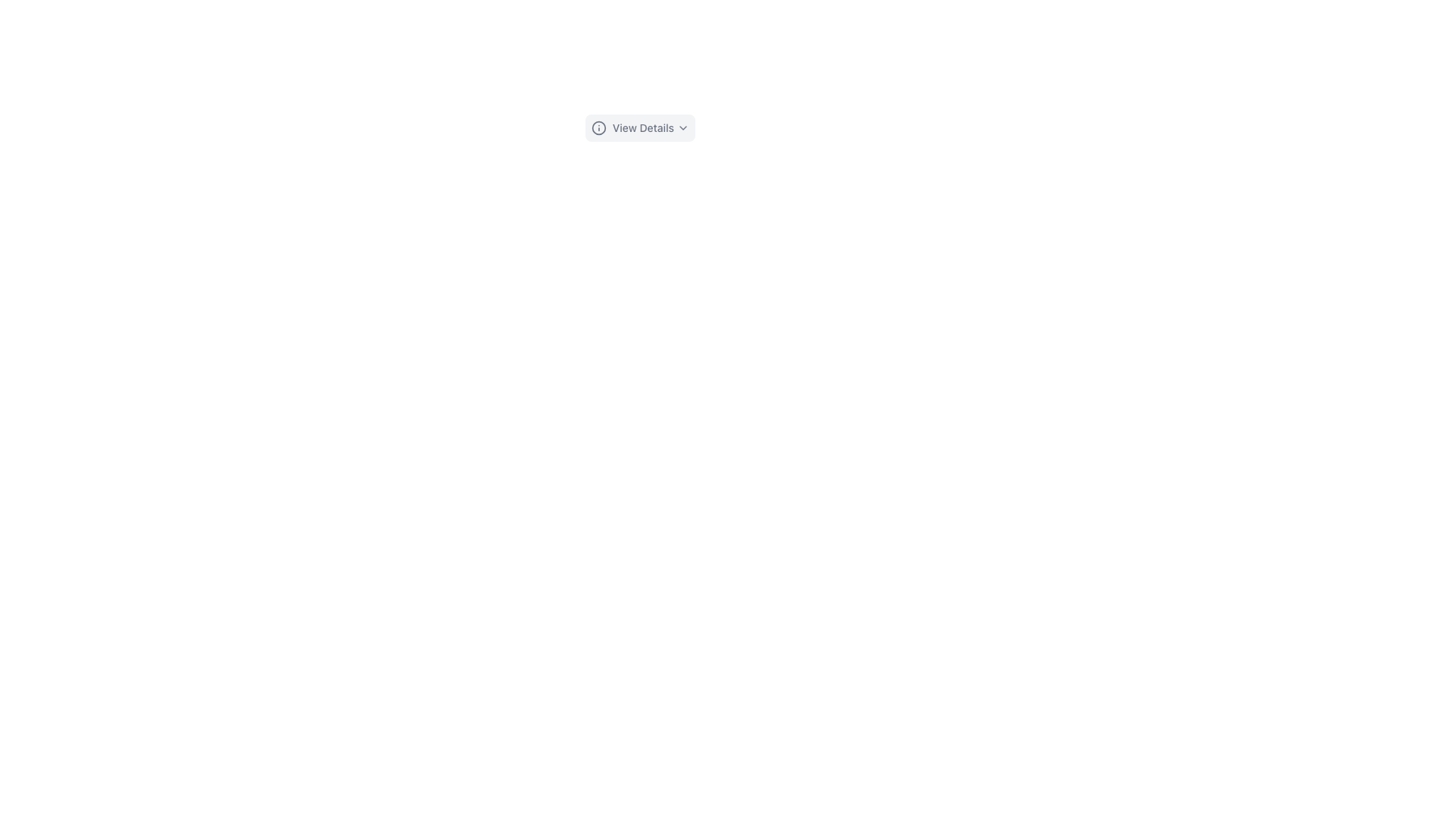  What do you see at coordinates (640, 127) in the screenshot?
I see `the button located at the top-left area of the visible interface` at bounding box center [640, 127].